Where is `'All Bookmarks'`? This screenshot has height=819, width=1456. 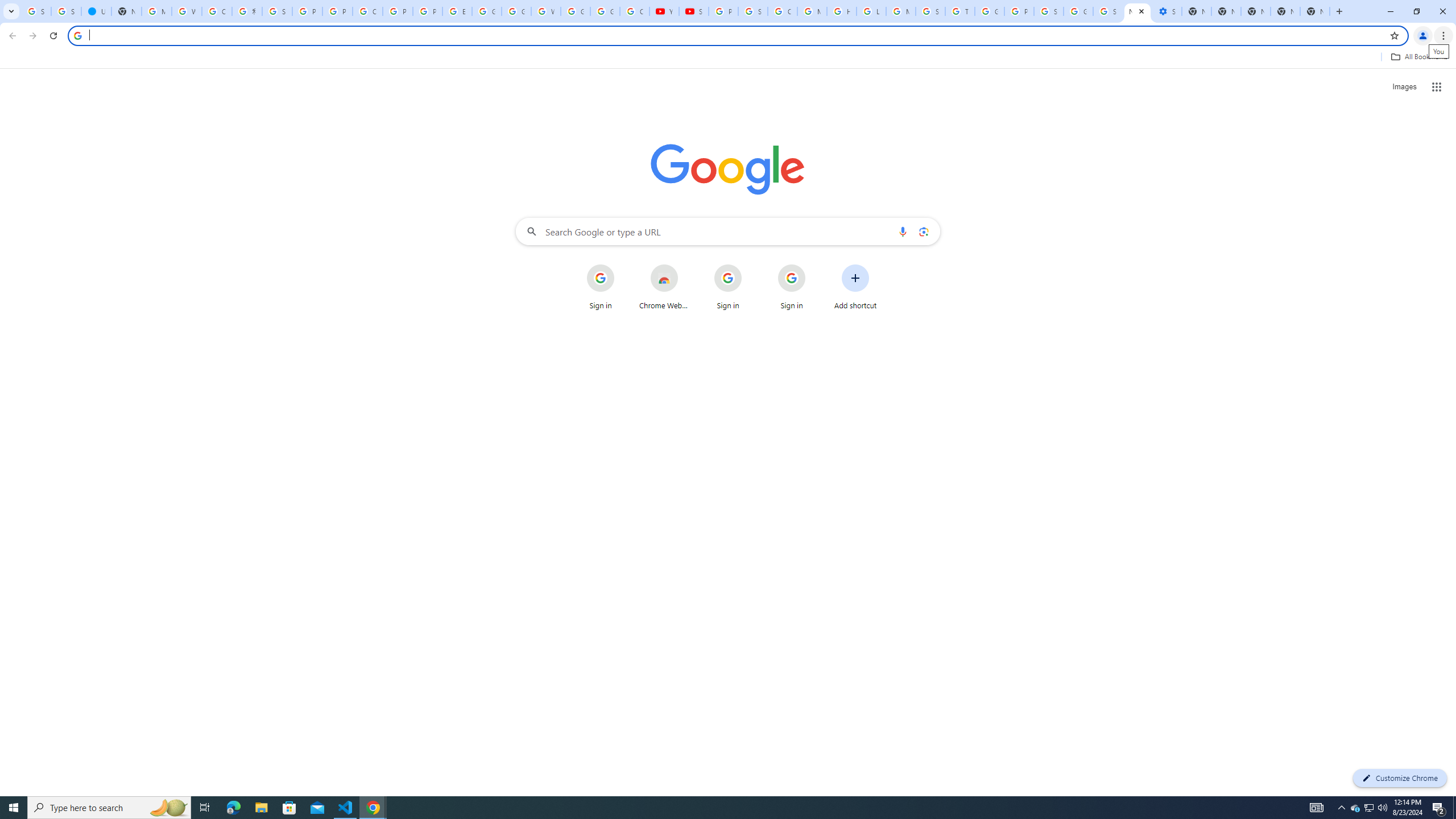 'All Bookmarks' is located at coordinates (1418, 56).